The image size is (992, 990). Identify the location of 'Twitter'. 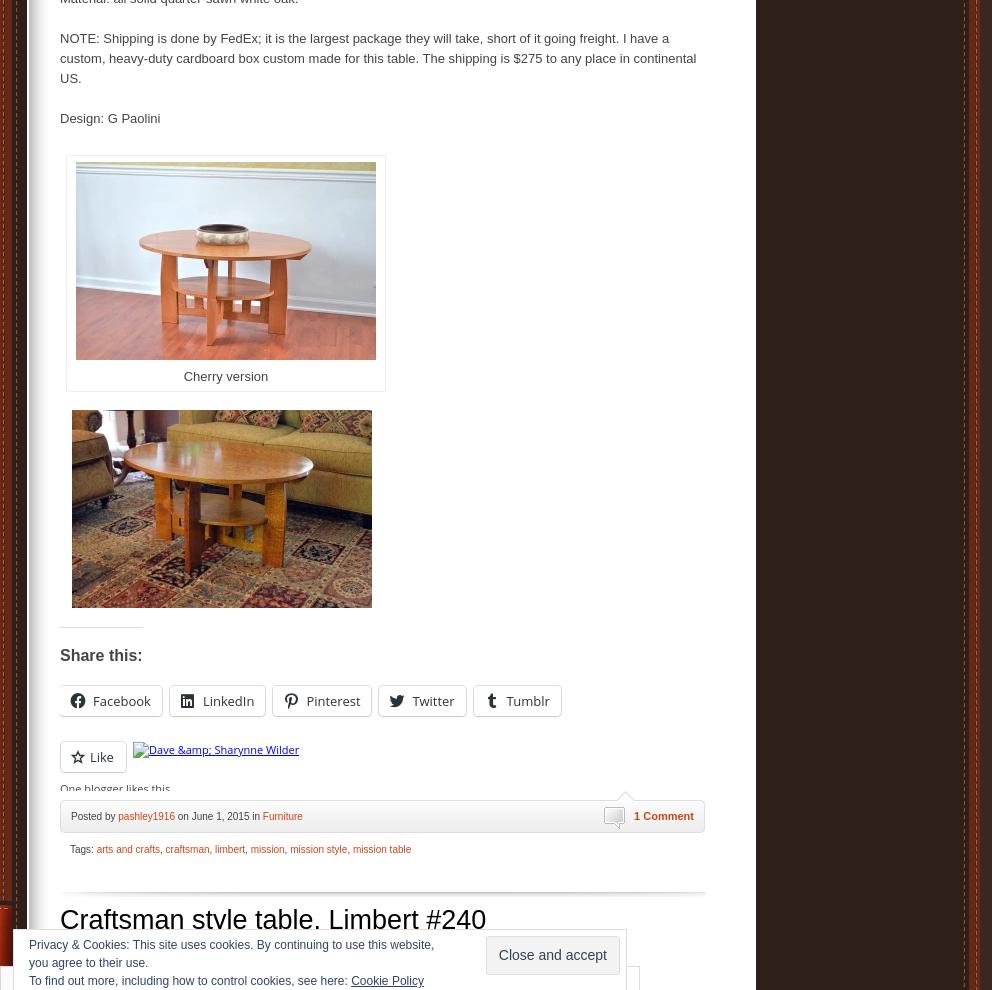
(432, 699).